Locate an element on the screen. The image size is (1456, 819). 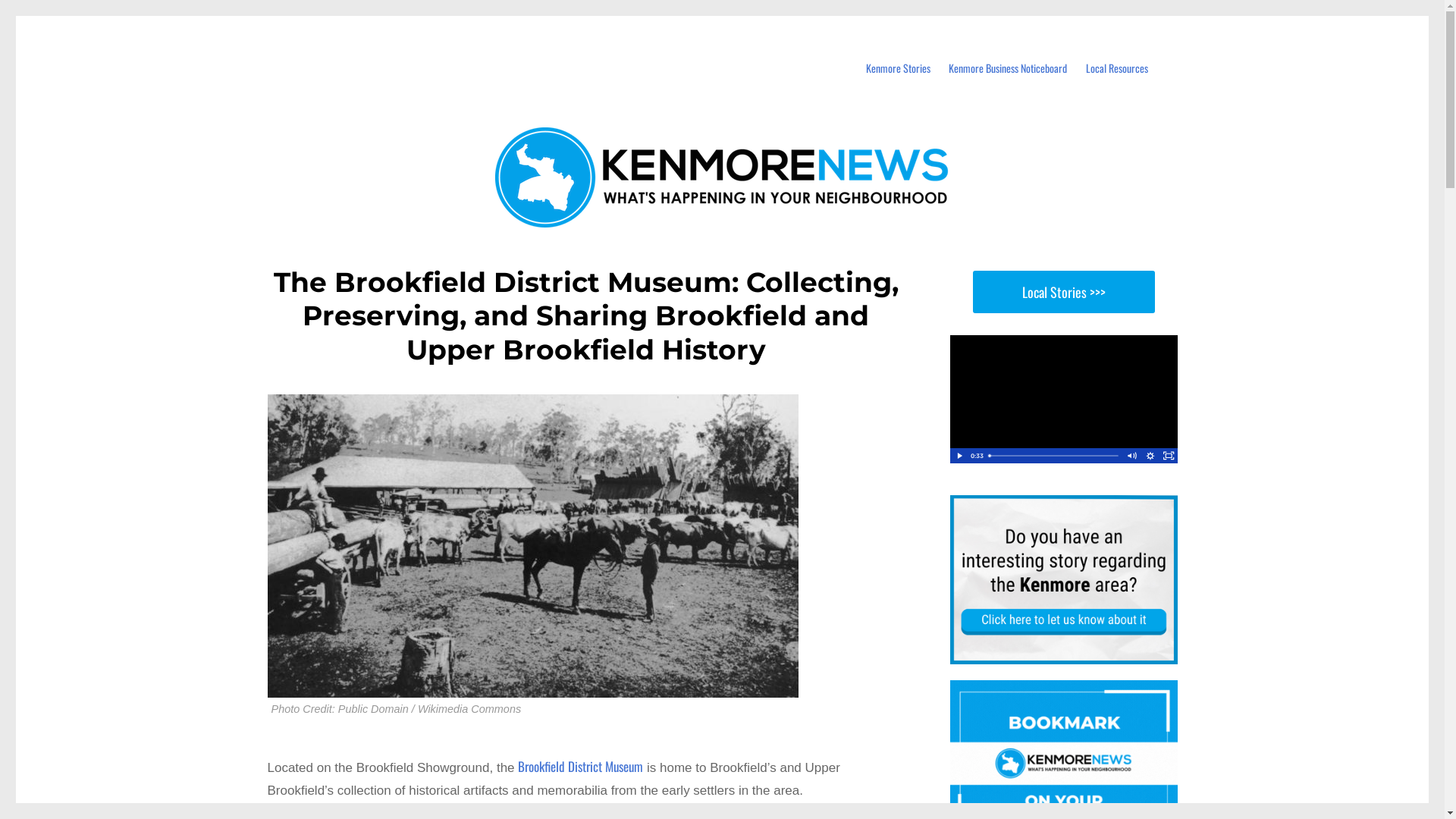
'Play Video' is located at coordinates (957, 455).